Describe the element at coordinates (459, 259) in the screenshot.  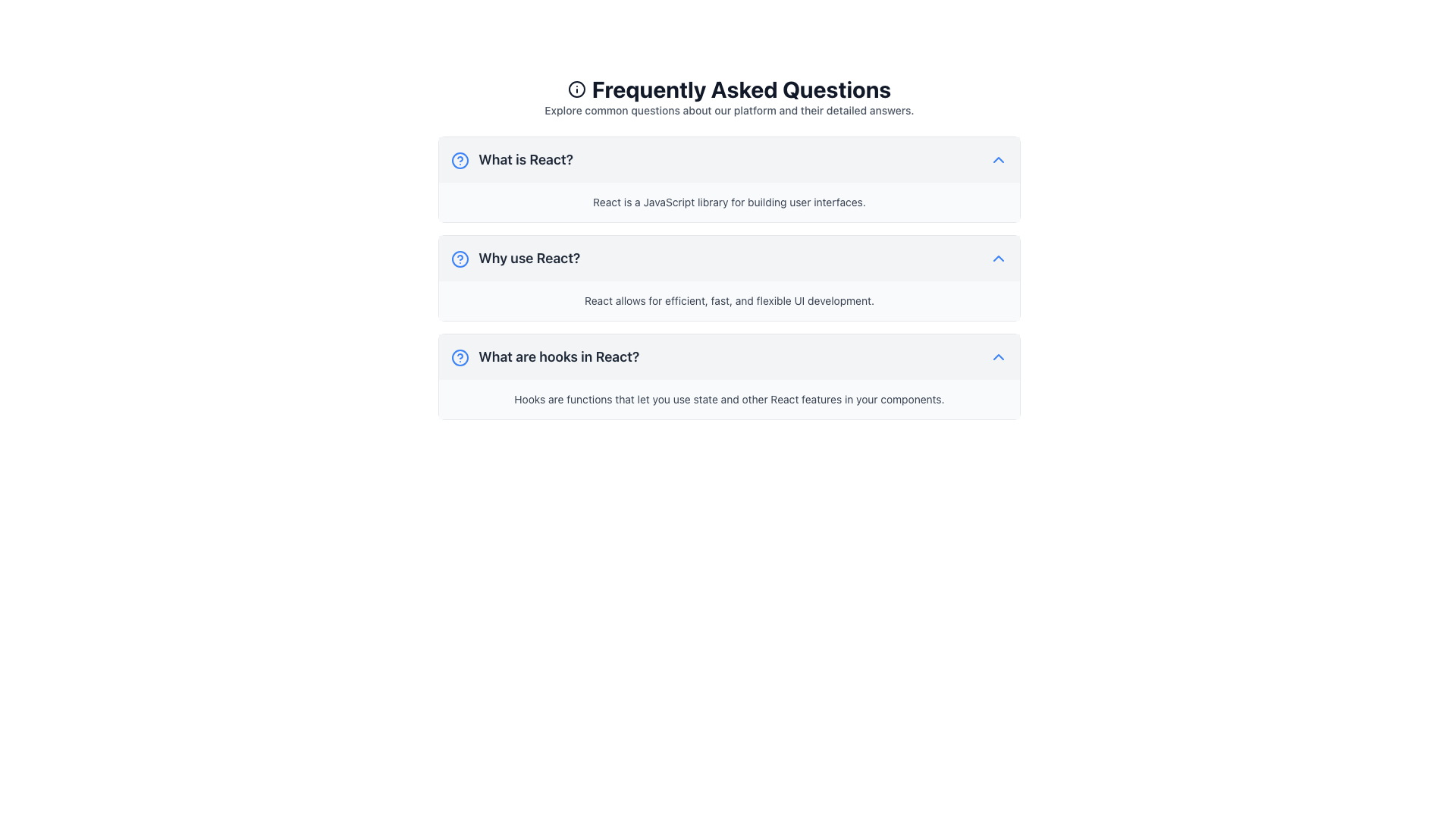
I see `the graphical icon that serves as a visual indicator associated with the text 'Why use React?', located adjacent to the text in the second item on the list` at that location.